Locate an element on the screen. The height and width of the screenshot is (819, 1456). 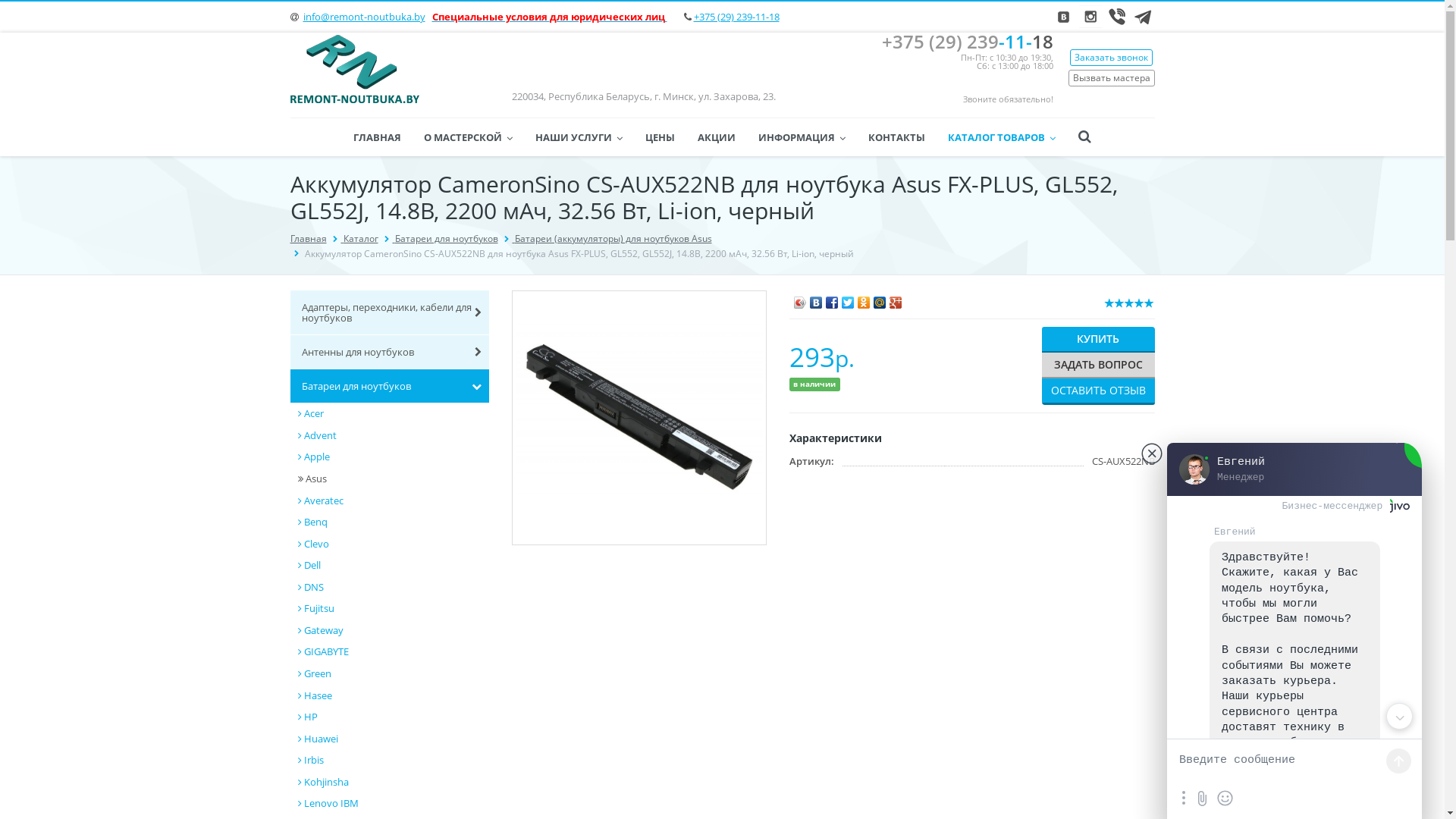
'Twitter' is located at coordinates (847, 298).